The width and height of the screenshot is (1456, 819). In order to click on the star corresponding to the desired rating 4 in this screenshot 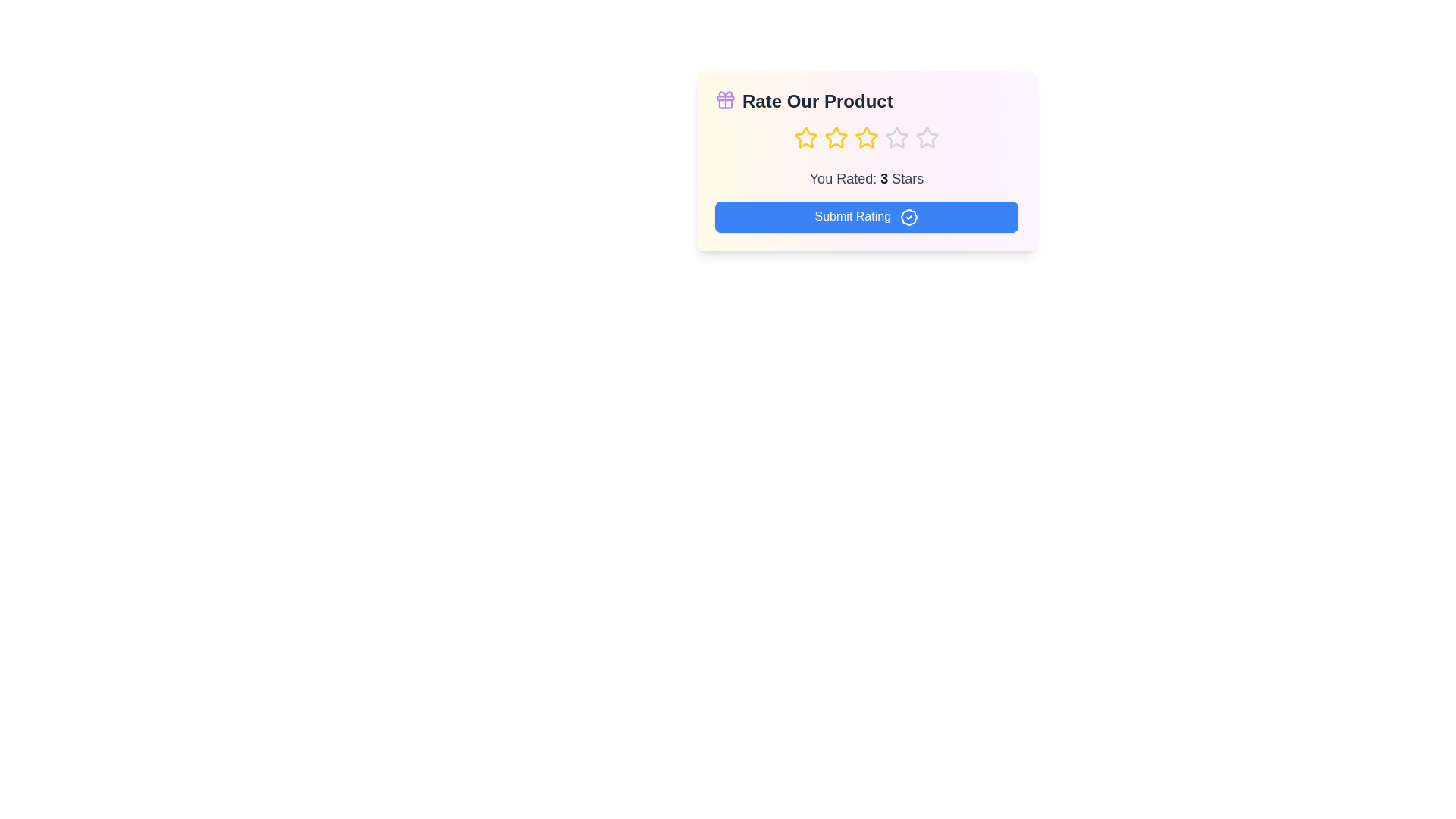, I will do `click(896, 137)`.